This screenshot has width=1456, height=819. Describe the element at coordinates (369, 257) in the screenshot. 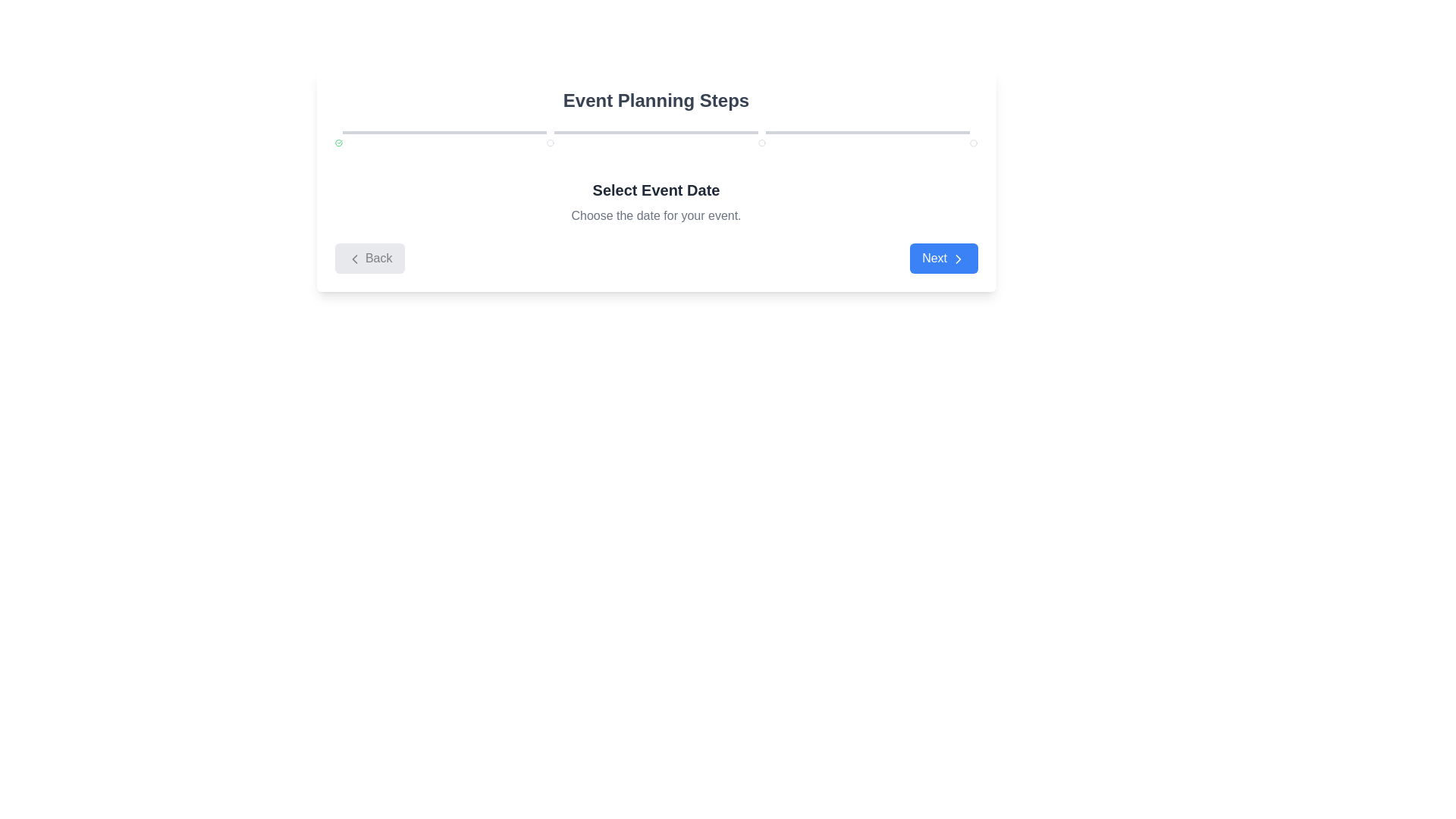

I see `the 'Back' button, which has a light gray background and a left-pointing chevron icon` at that location.